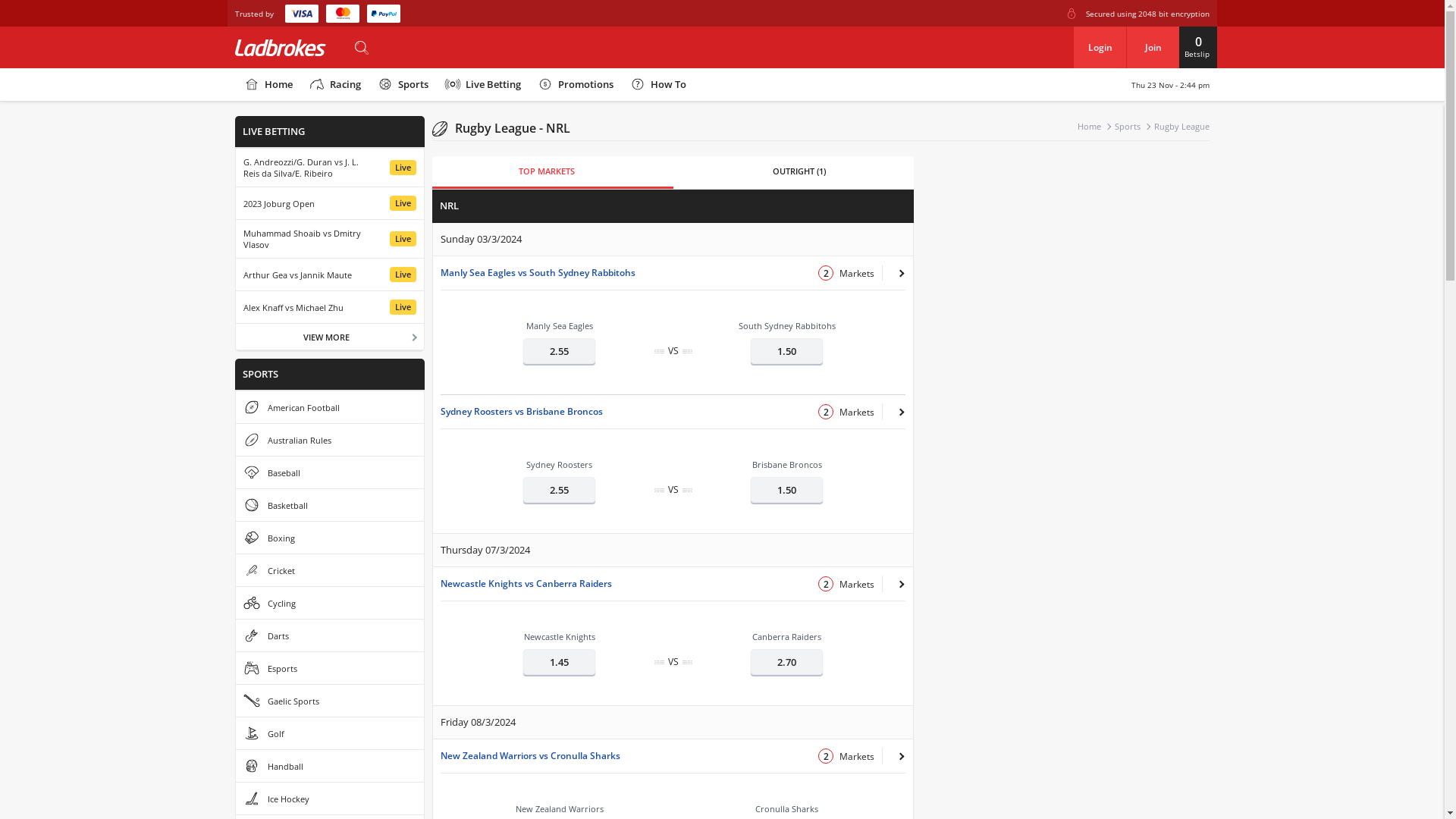 This screenshot has width=1456, height=819. I want to click on '2.70', so click(750, 661).